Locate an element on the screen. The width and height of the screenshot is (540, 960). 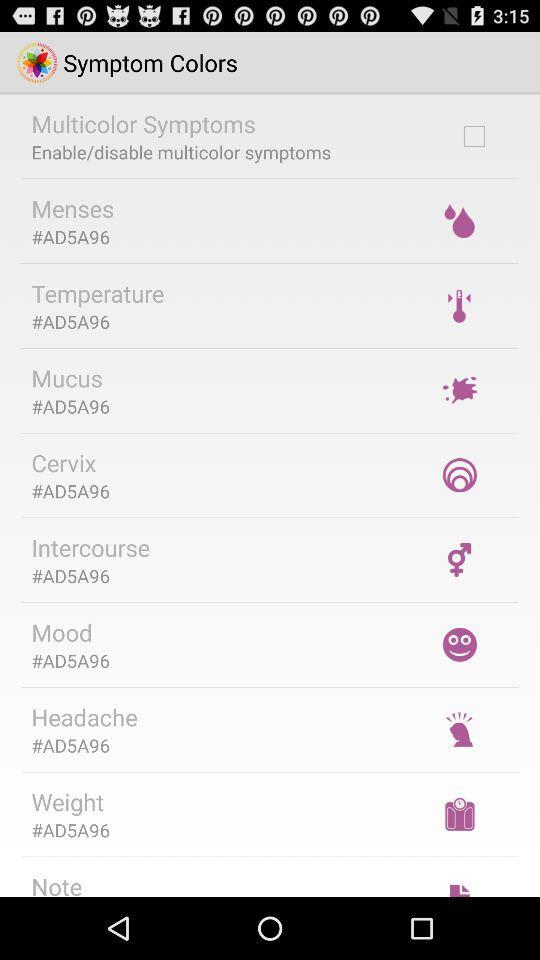
cervix icon is located at coordinates (63, 462).